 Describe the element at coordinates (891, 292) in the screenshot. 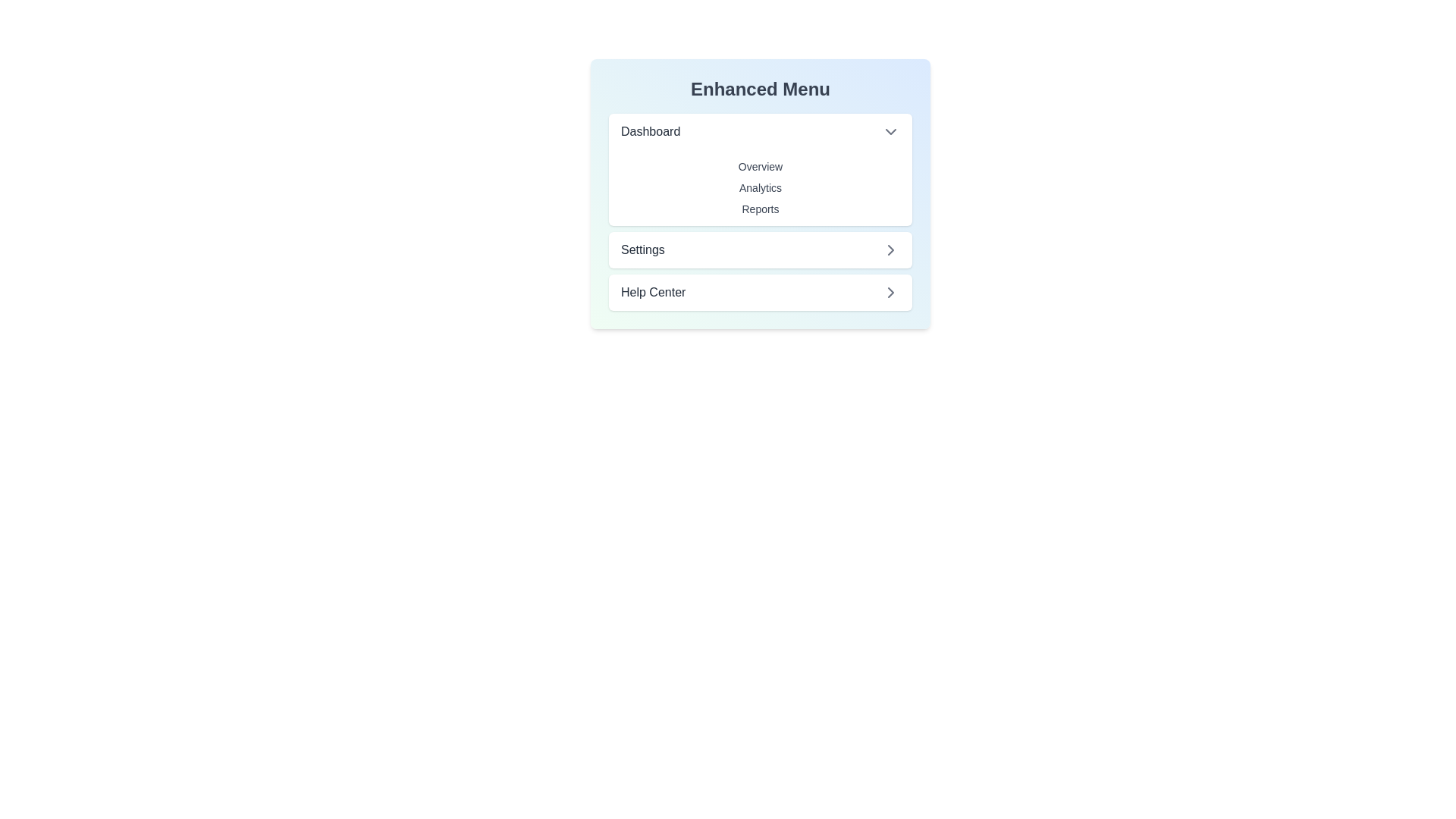

I see `the right-facing chevron SVG graphic located within the 'Help Center' menu entry, positioned to the right of the text 'Help Center'` at that location.